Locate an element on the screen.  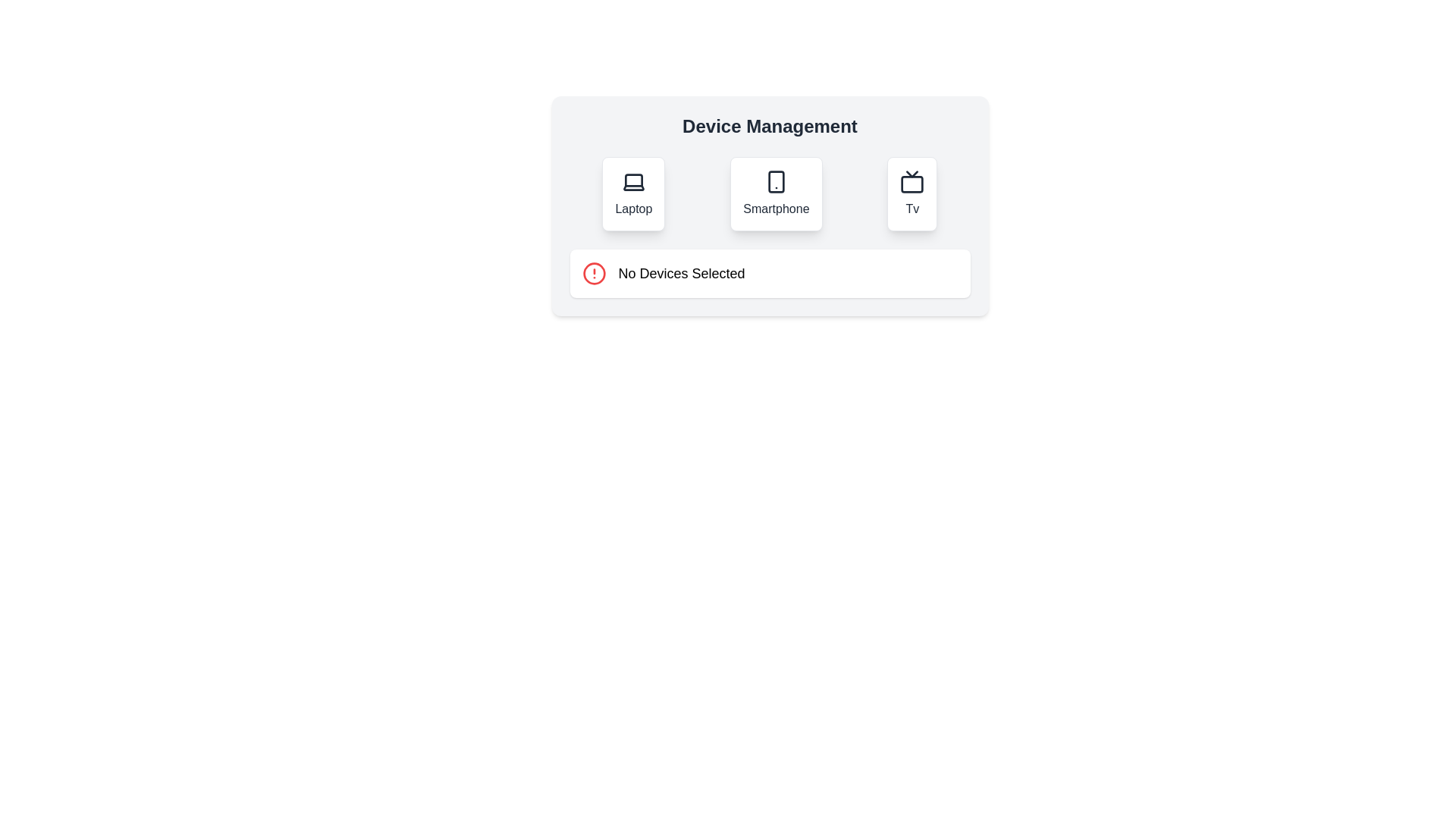
the Interactive Button labeled 'Smartphone' is located at coordinates (770, 193).